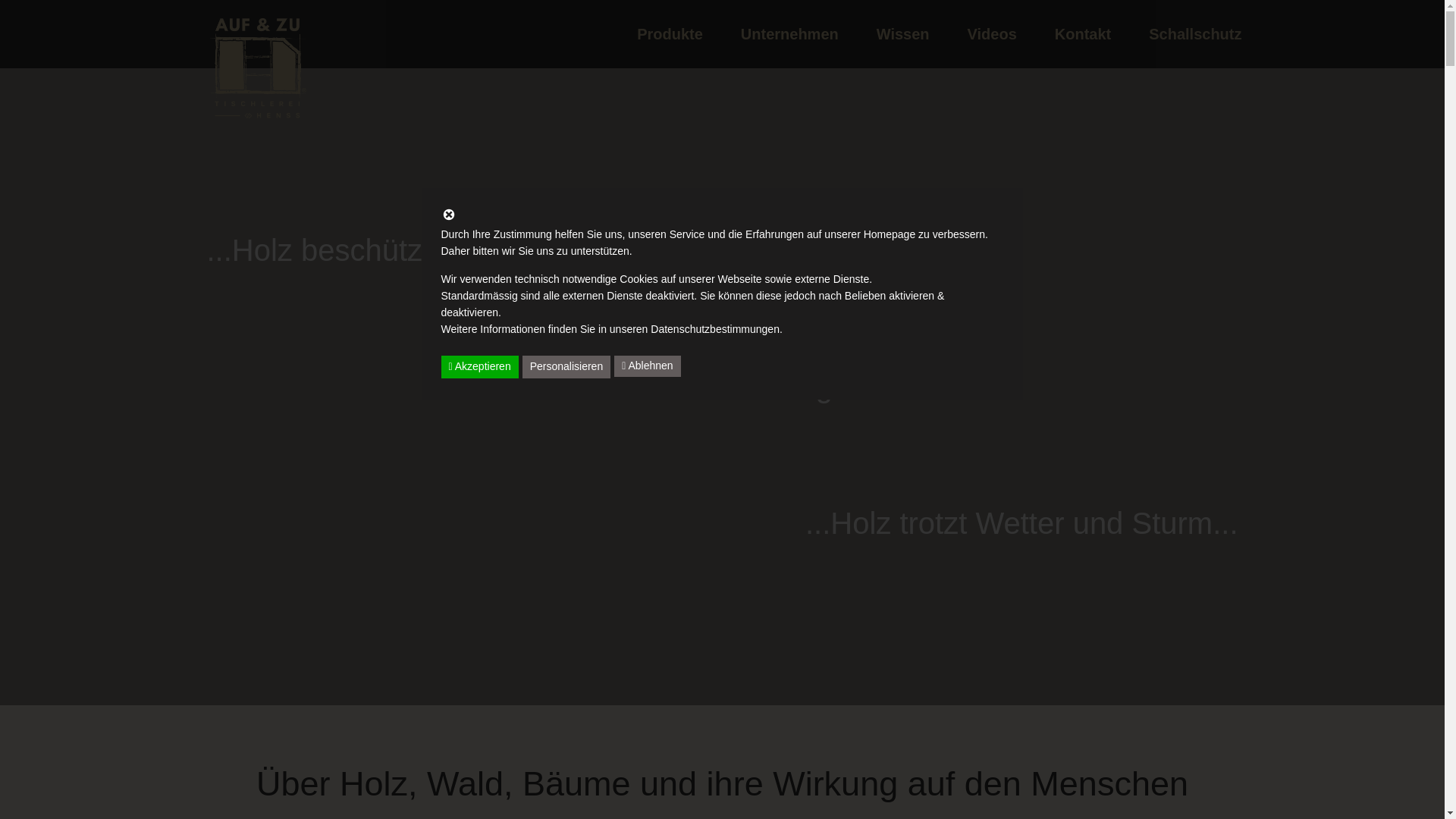  What do you see at coordinates (1081, 34) in the screenshot?
I see `'Kontakt'` at bounding box center [1081, 34].